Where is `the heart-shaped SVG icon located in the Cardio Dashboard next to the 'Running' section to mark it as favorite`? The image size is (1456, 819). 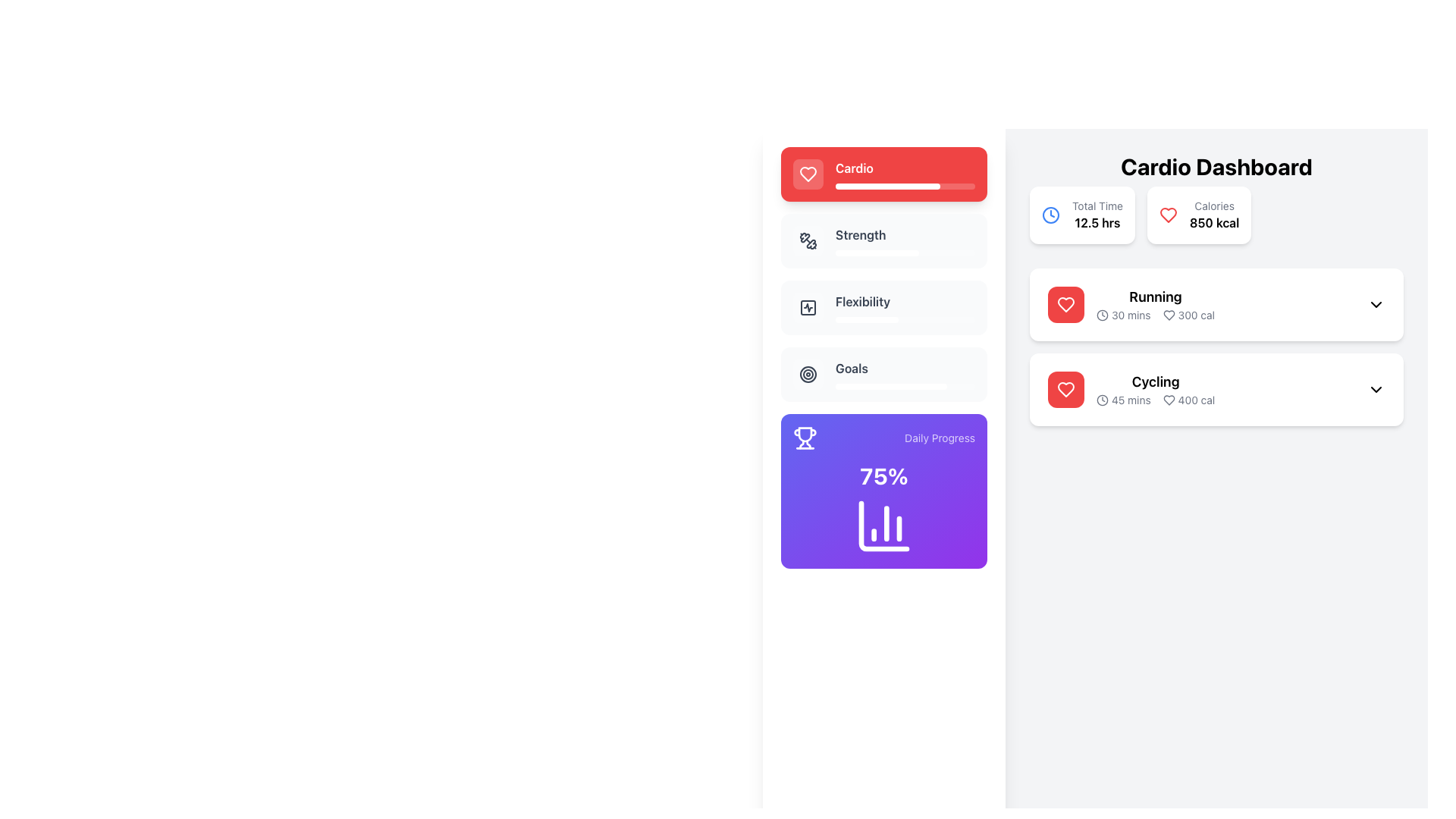
the heart-shaped SVG icon located in the Cardio Dashboard next to the 'Running' section to mark it as favorite is located at coordinates (1168, 315).